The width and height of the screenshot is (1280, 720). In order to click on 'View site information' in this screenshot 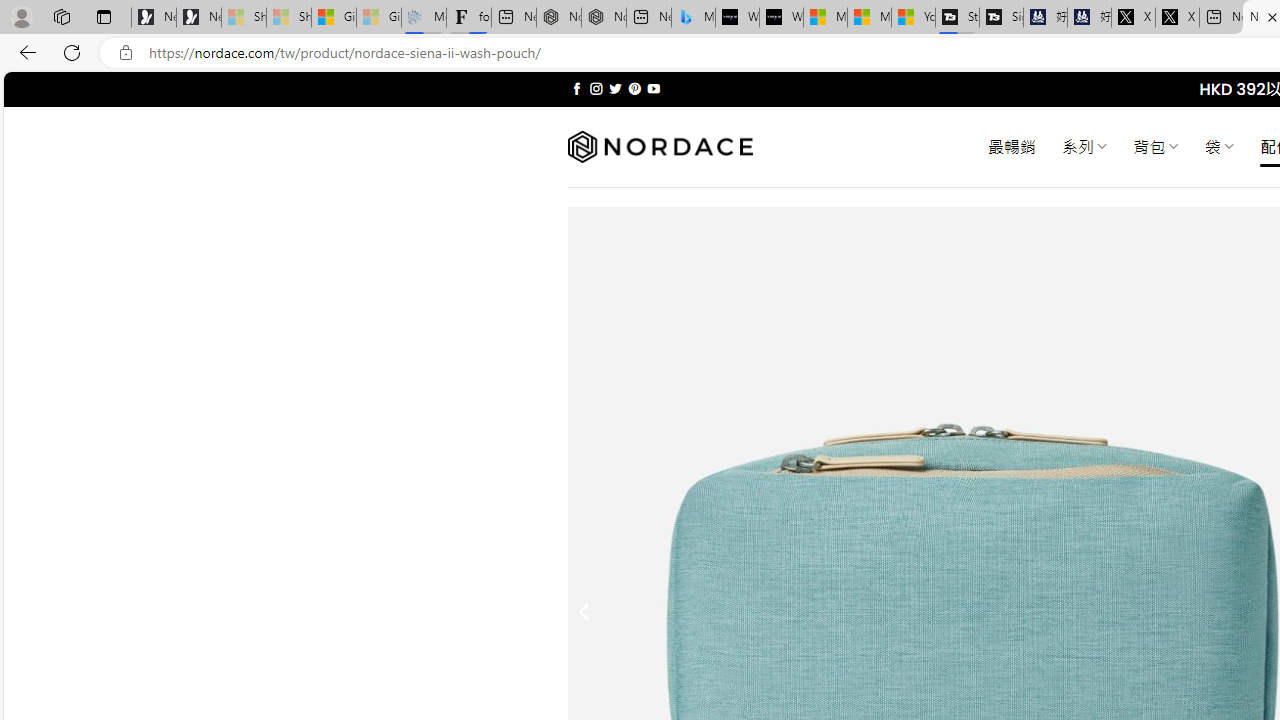, I will do `click(125, 52)`.